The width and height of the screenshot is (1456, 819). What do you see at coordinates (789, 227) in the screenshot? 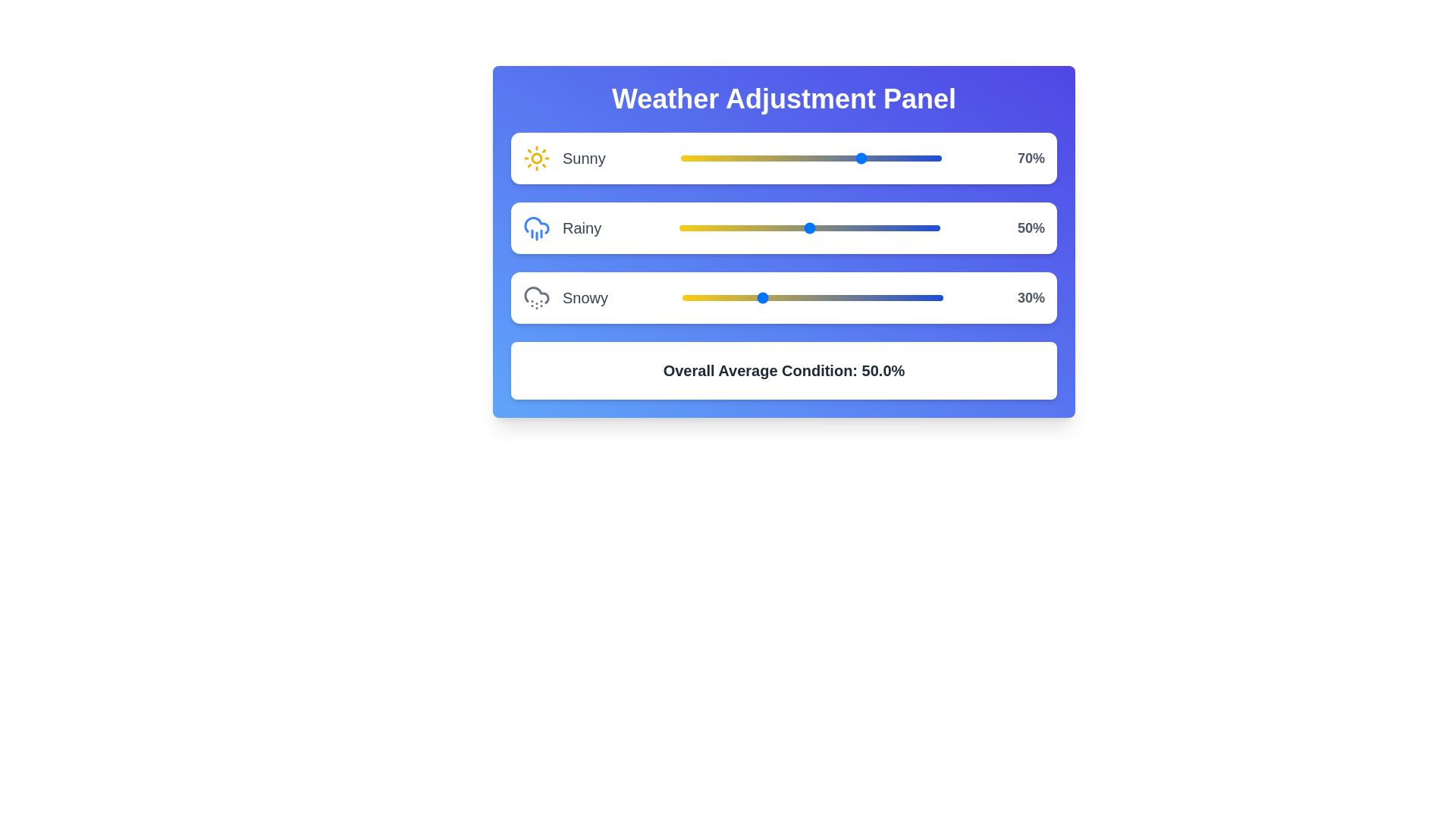
I see `the 'rainy' condition percentage` at bounding box center [789, 227].